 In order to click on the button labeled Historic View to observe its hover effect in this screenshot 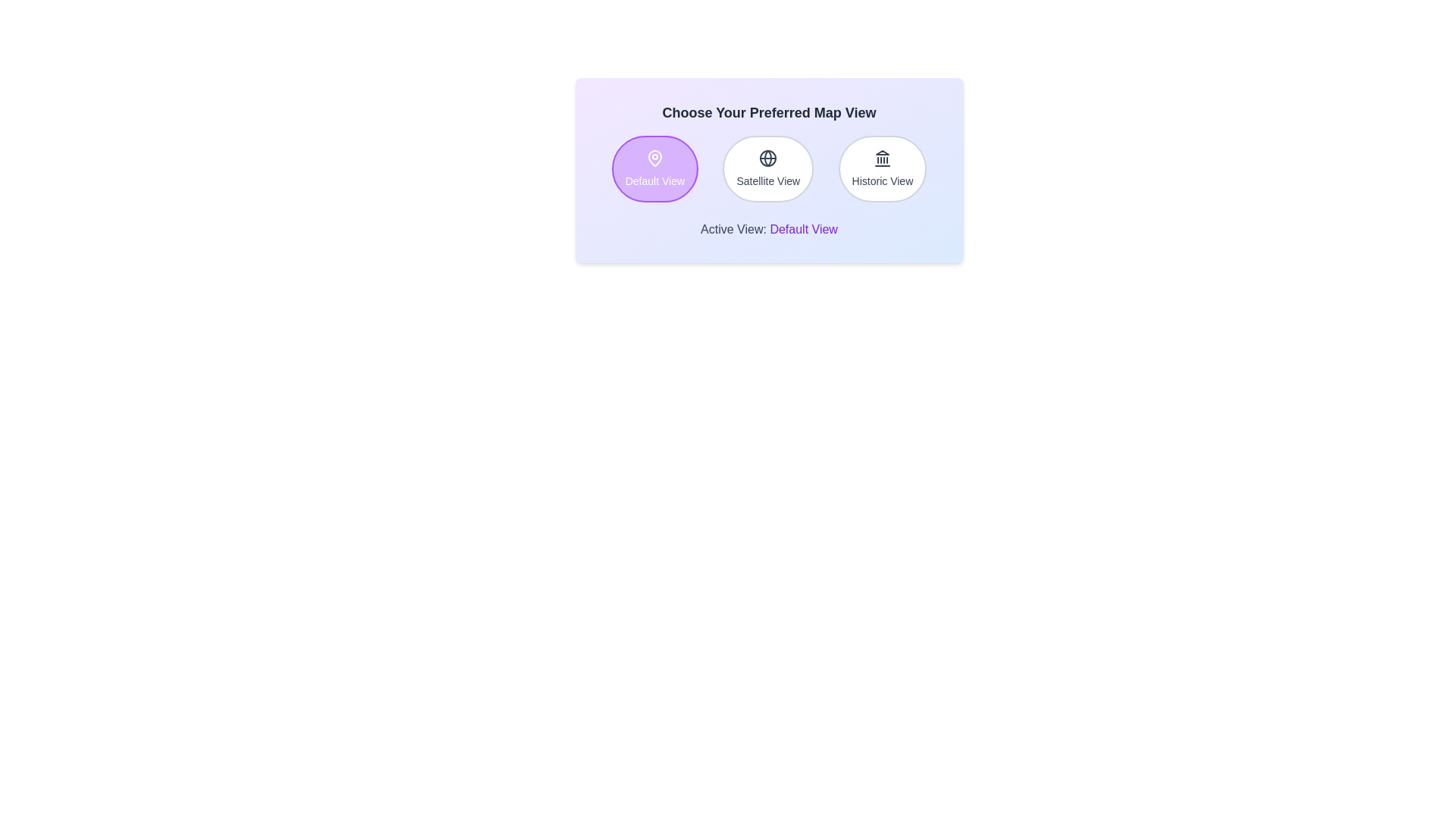, I will do `click(882, 169)`.